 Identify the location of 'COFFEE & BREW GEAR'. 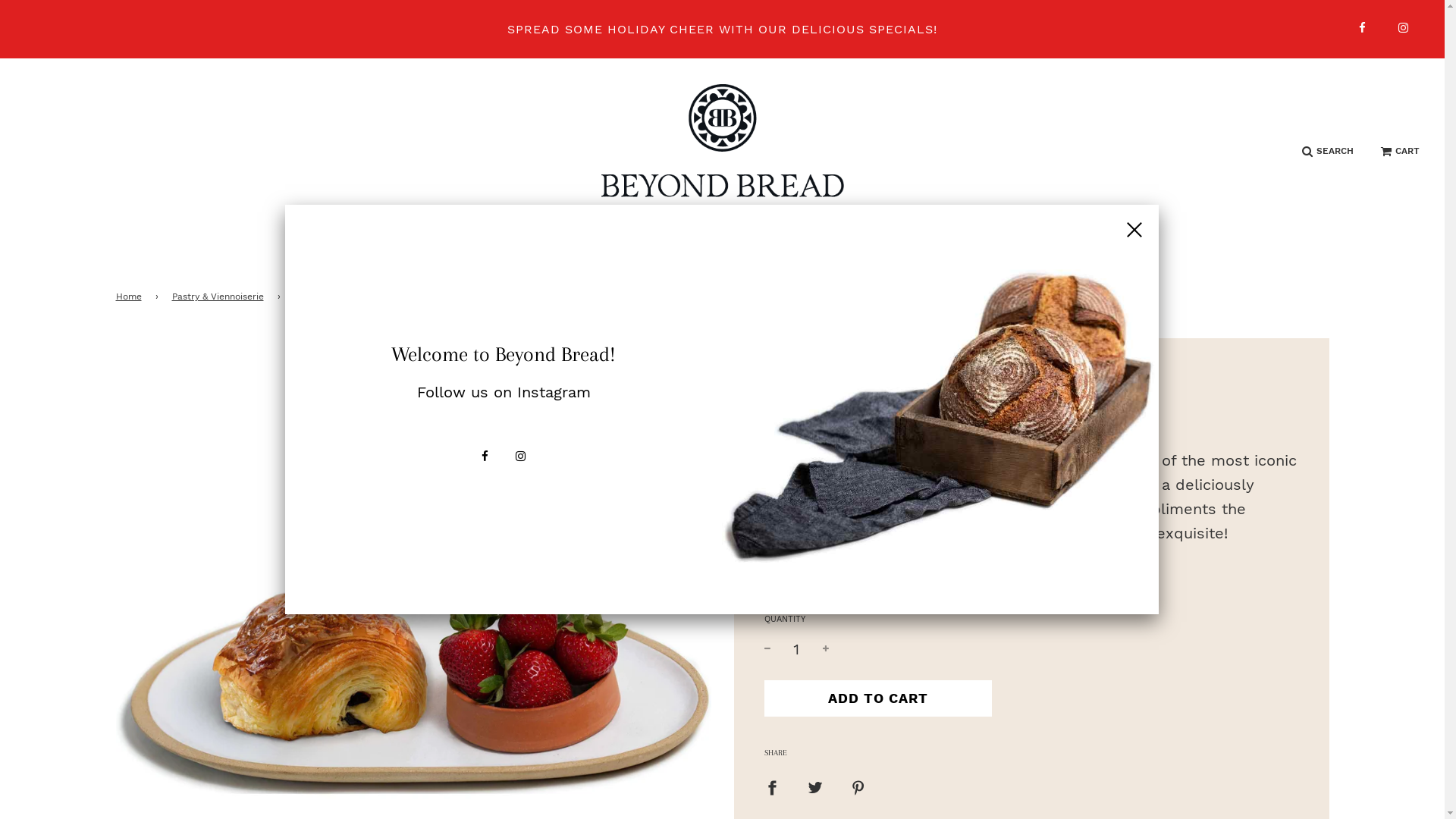
(629, 252).